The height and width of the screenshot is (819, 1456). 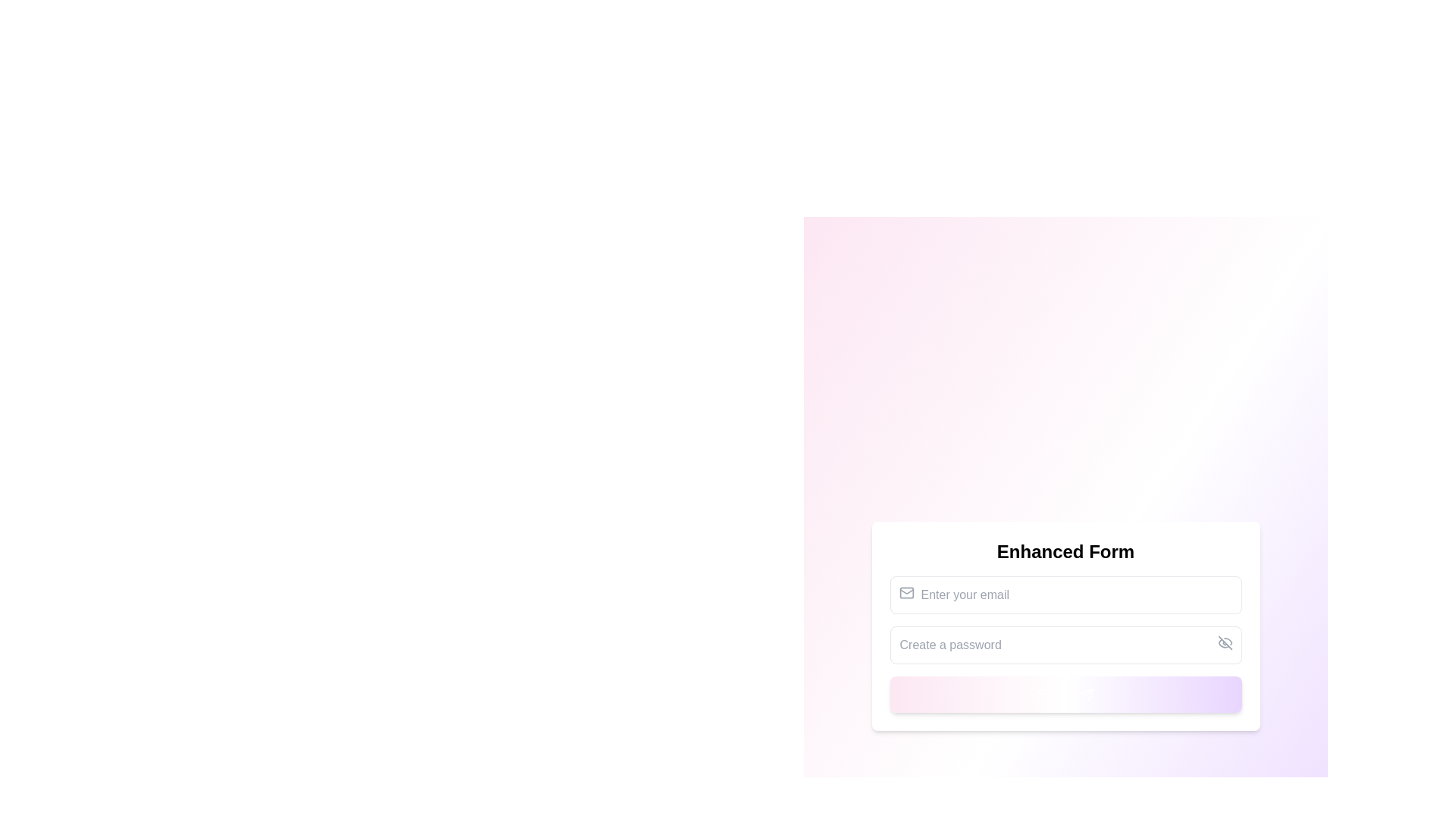 I want to click on the 'toggle visibility' icon represented by a diagonal line, which visually resembles an 'eye with a slash', located within the password input field, so click(x=1225, y=643).